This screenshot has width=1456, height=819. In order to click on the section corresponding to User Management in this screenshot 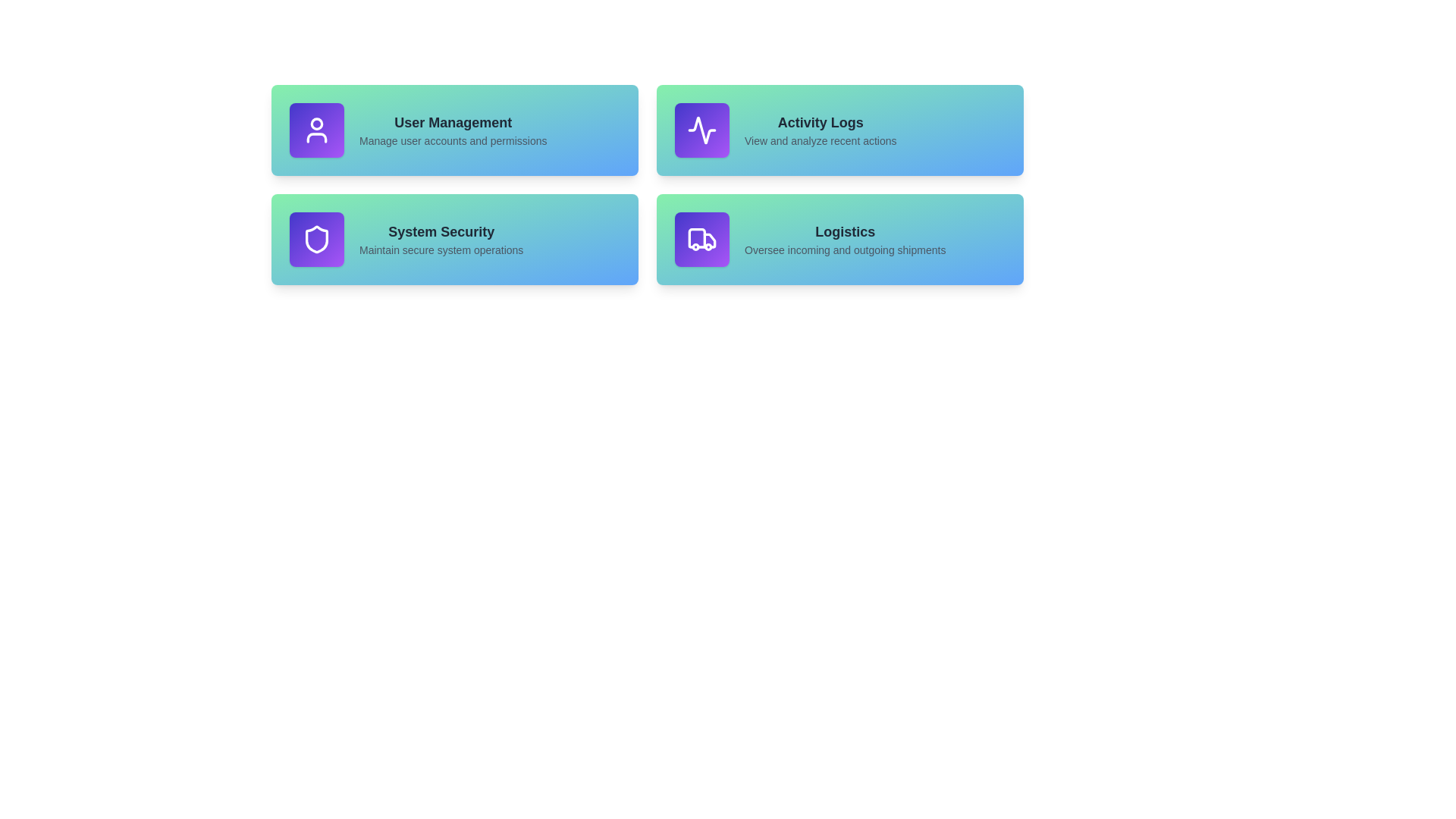, I will do `click(454, 130)`.